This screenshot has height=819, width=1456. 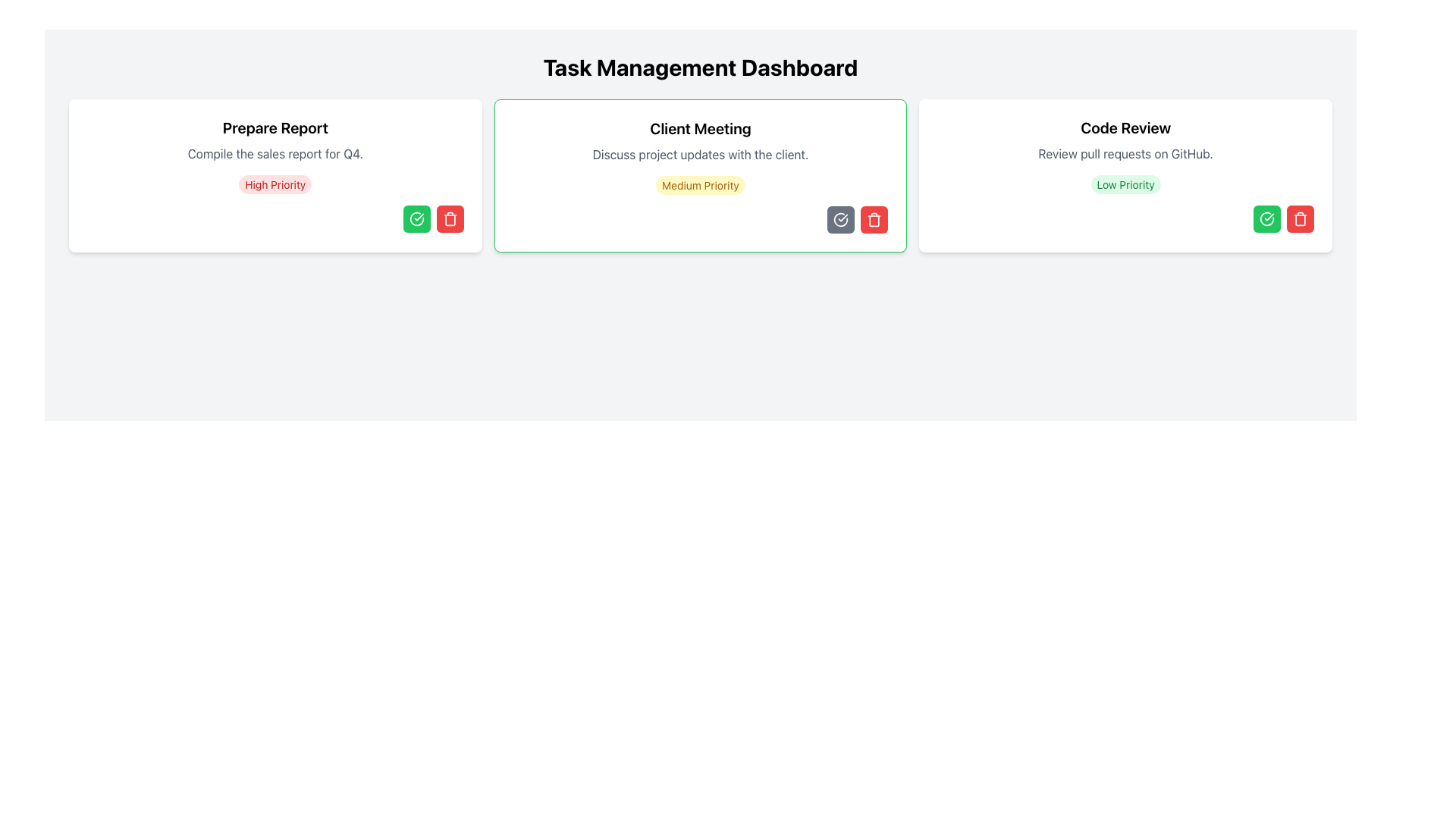 What do you see at coordinates (449, 219) in the screenshot?
I see `the delete button located at the bottom right corner of the 'Prepare Report' card, next to the green checkmark icon` at bounding box center [449, 219].